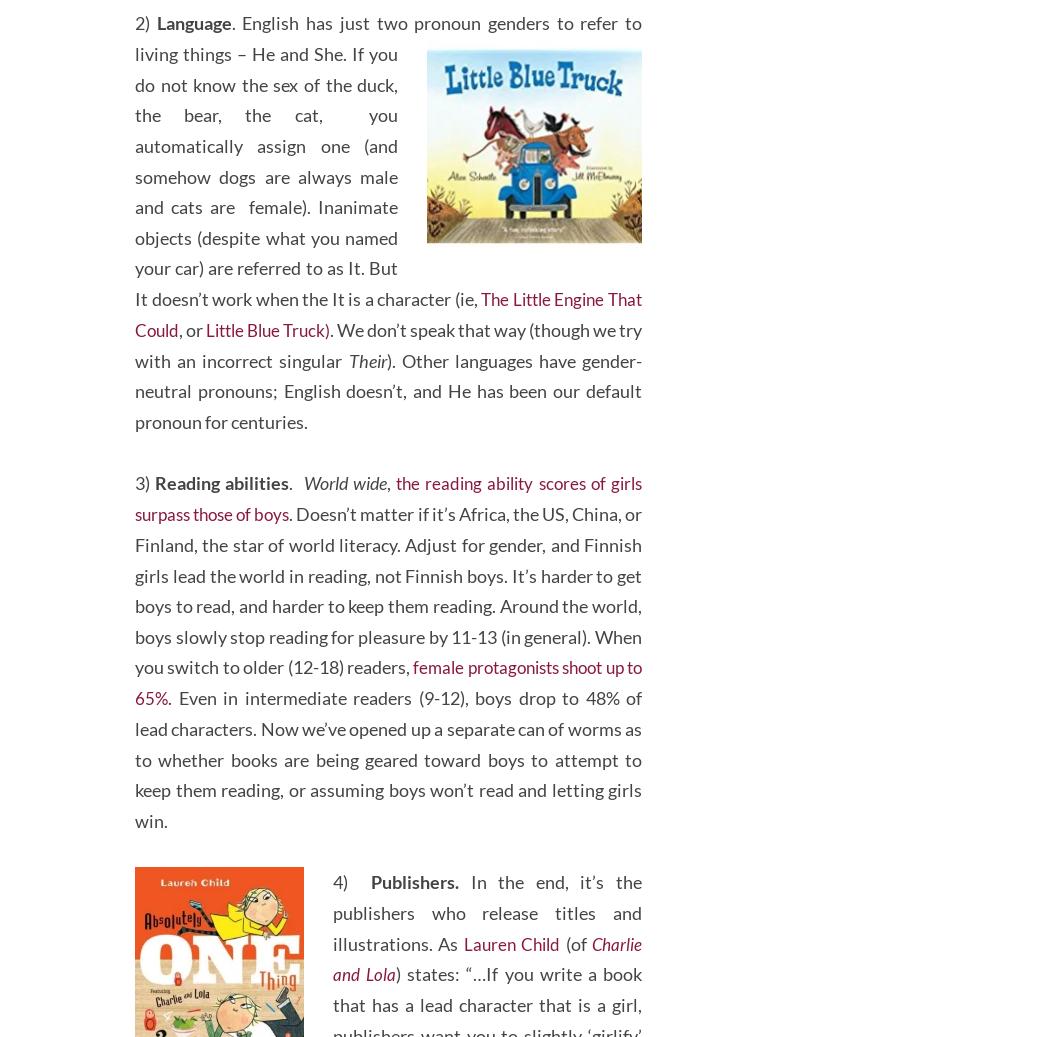 The image size is (1050, 1037). What do you see at coordinates (142, 539) in the screenshot?
I see `'3)'` at bounding box center [142, 539].